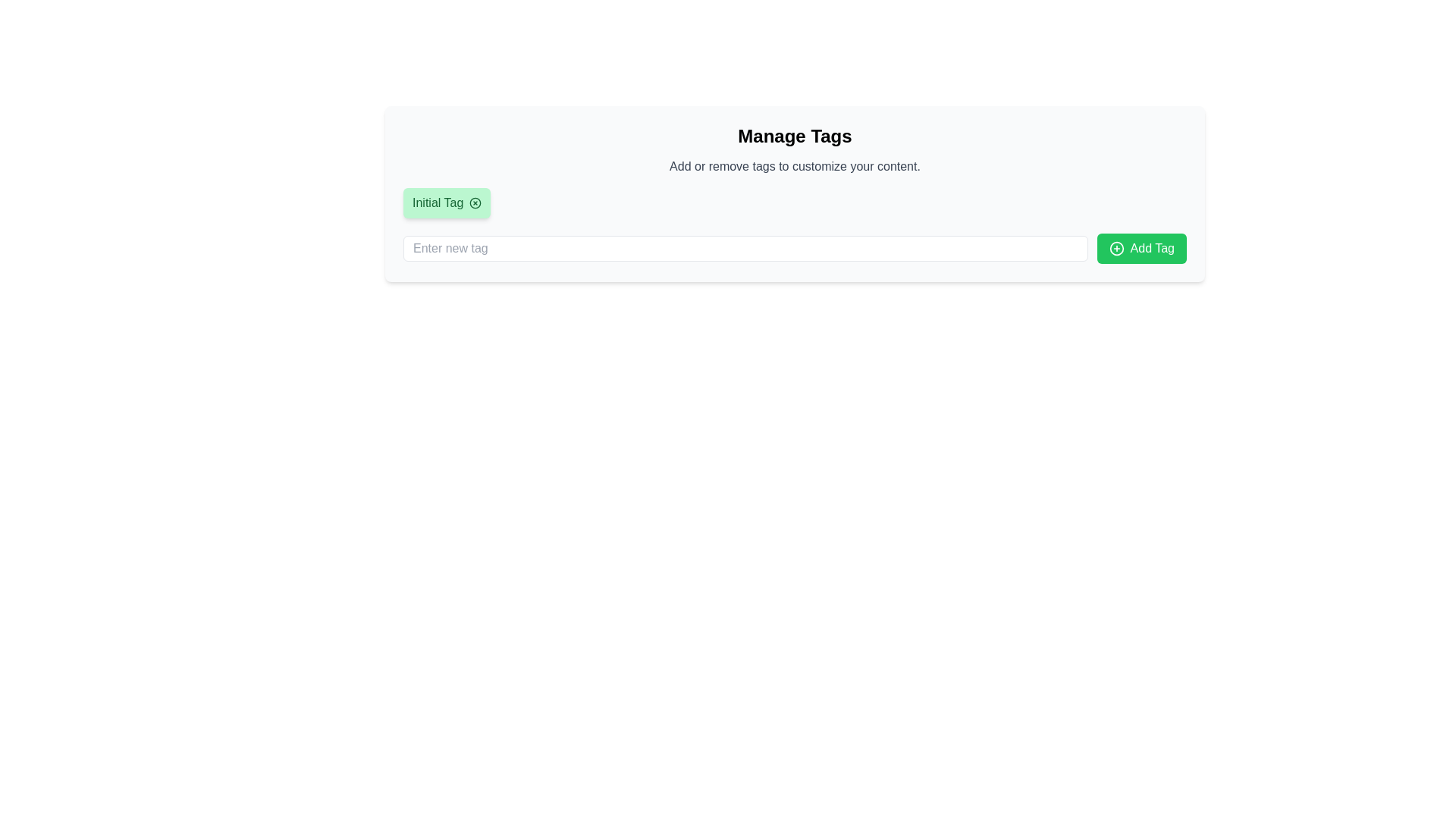 This screenshot has width=1456, height=819. I want to click on the green button labeled 'Add Tag' that contains a circular icon with a white plus symbol on its left side, so click(1116, 247).